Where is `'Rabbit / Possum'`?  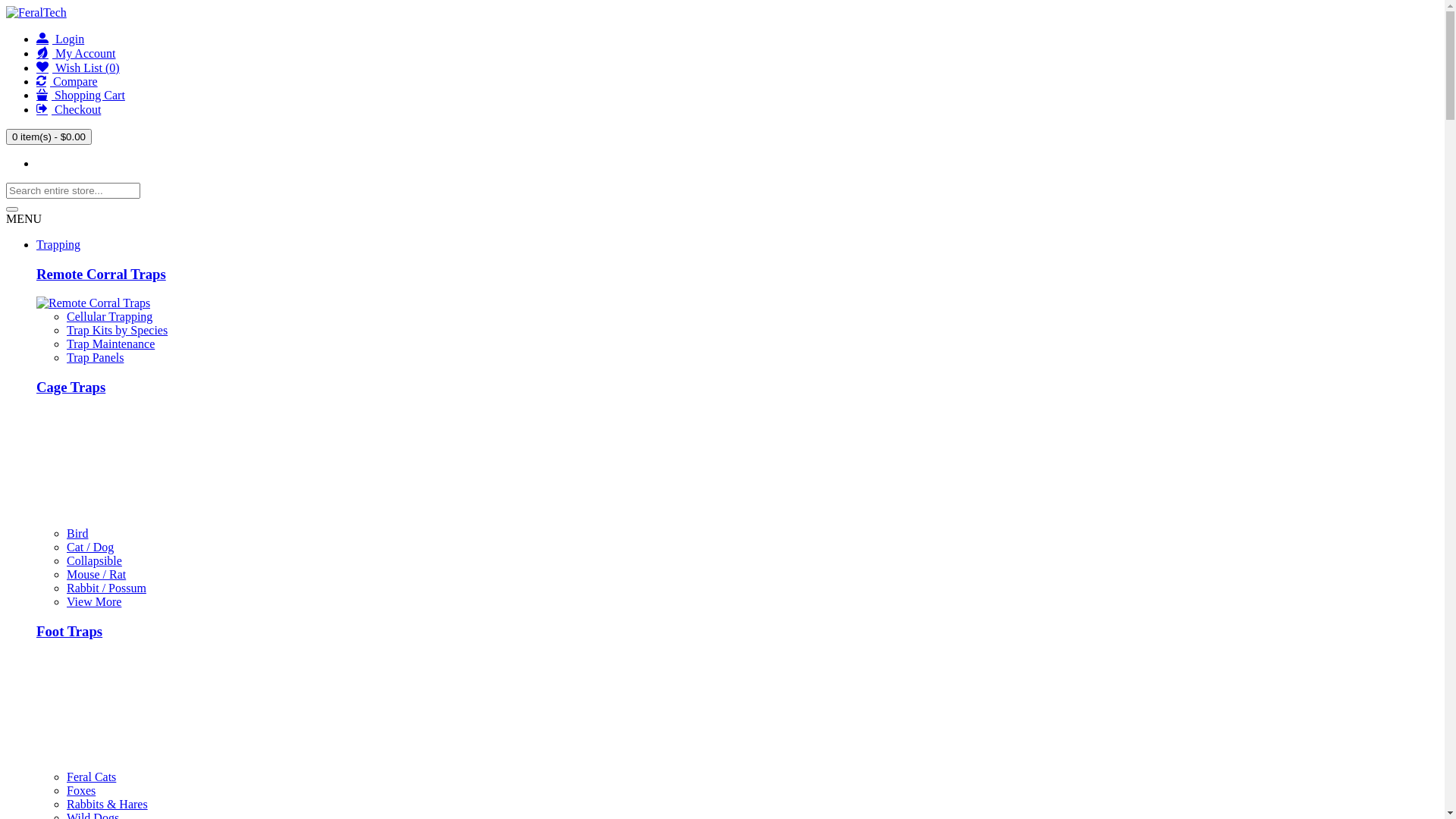 'Rabbit / Possum' is located at coordinates (105, 587).